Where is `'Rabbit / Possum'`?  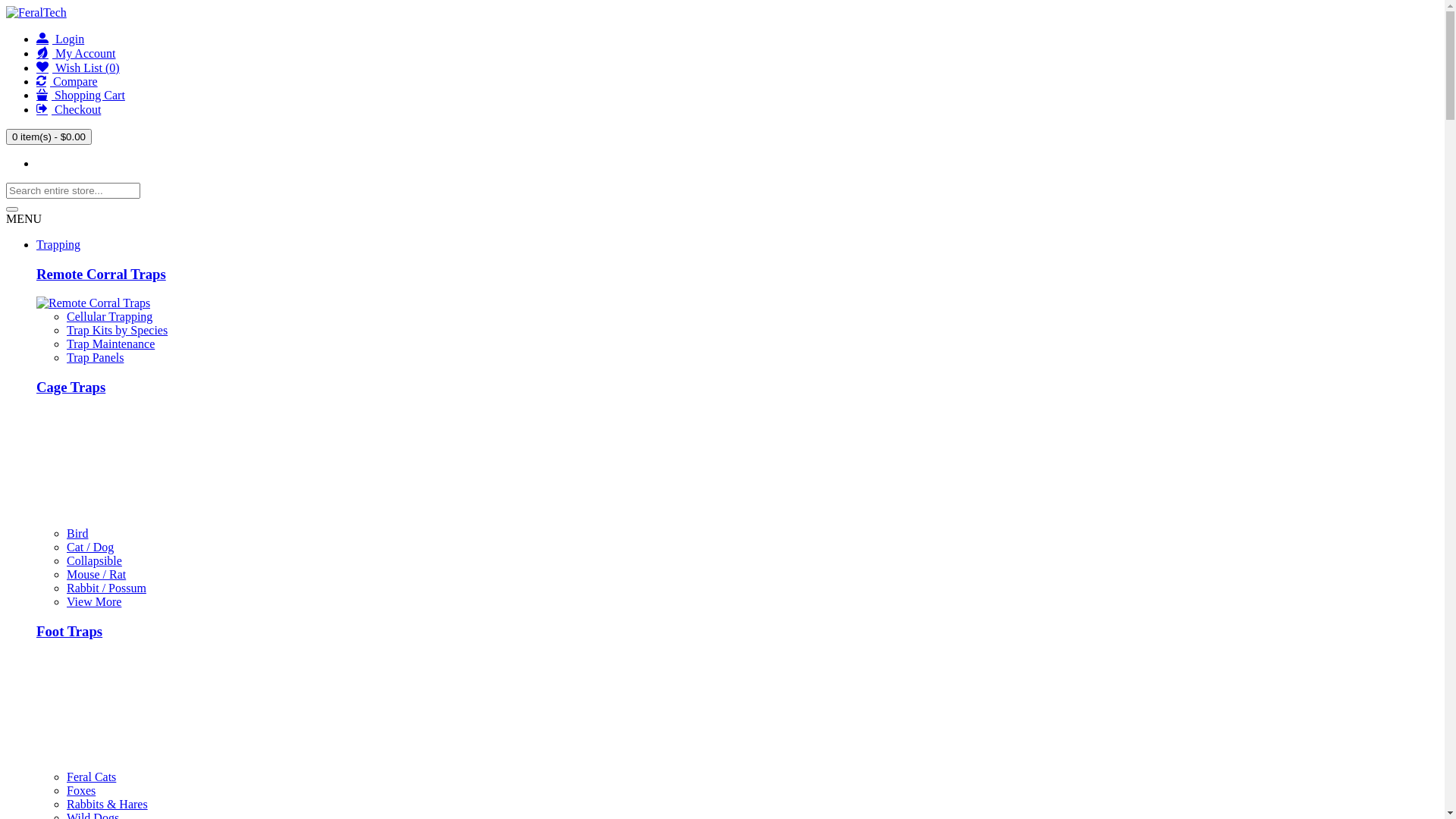 'Rabbit / Possum' is located at coordinates (105, 587).